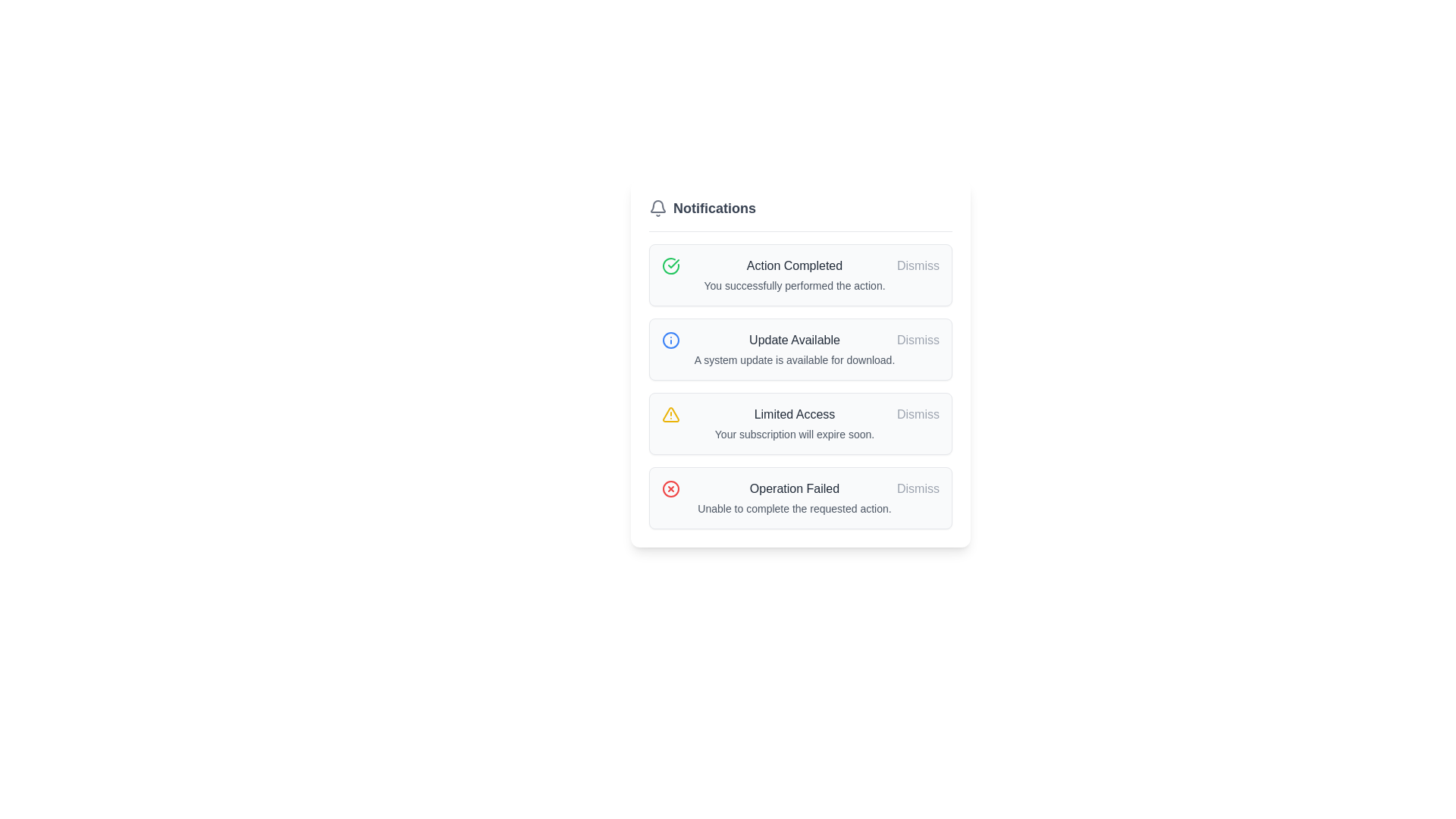  I want to click on the text display field that shows the message 'Action Completed' with the subtitle 'You successfully performed the action.', so click(793, 275).